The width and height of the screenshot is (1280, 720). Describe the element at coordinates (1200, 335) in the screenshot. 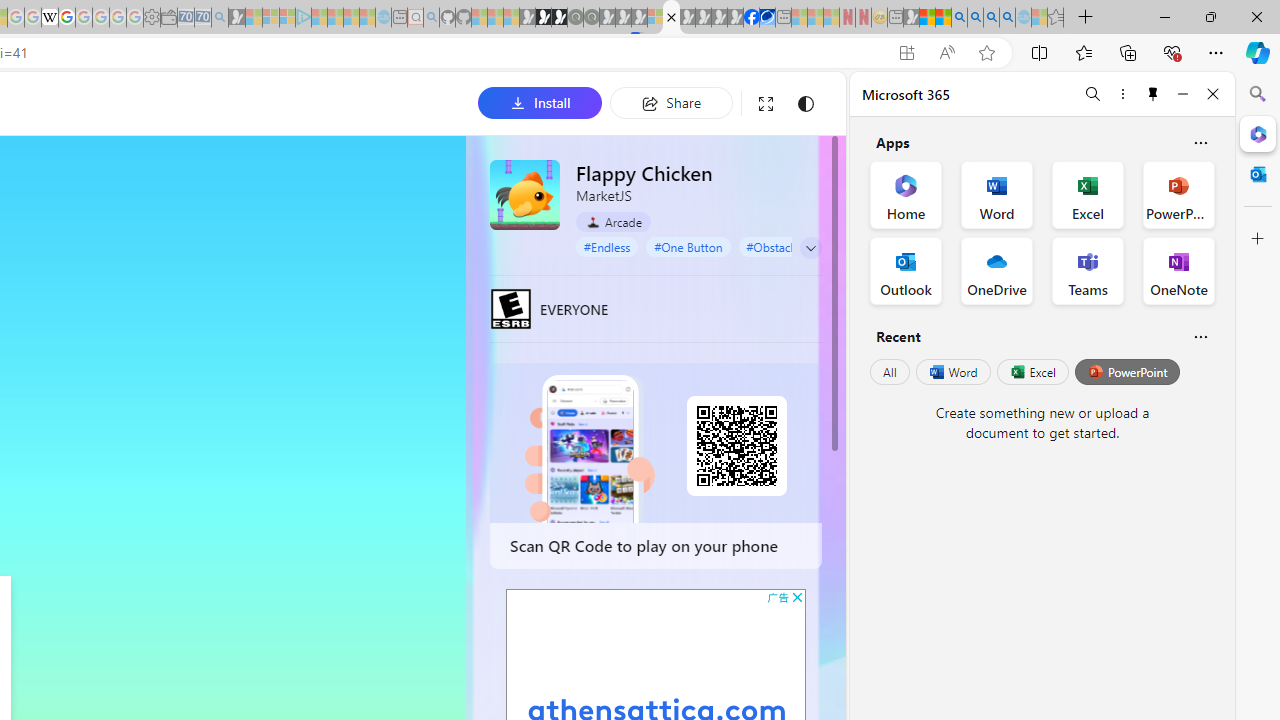

I see `'Is this helpful?'` at that location.